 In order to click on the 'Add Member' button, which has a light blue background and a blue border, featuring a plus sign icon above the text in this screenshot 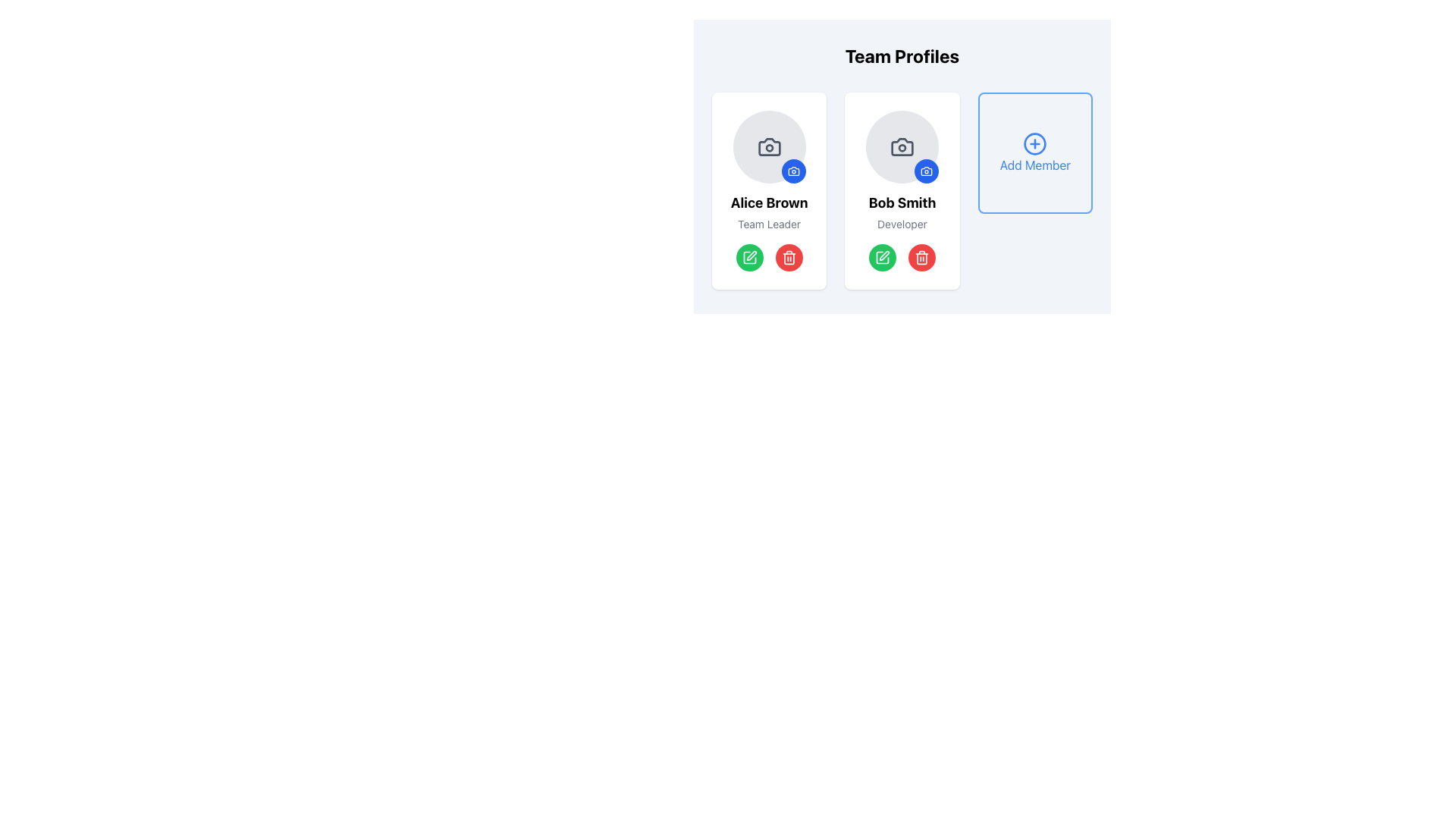, I will do `click(1034, 152)`.